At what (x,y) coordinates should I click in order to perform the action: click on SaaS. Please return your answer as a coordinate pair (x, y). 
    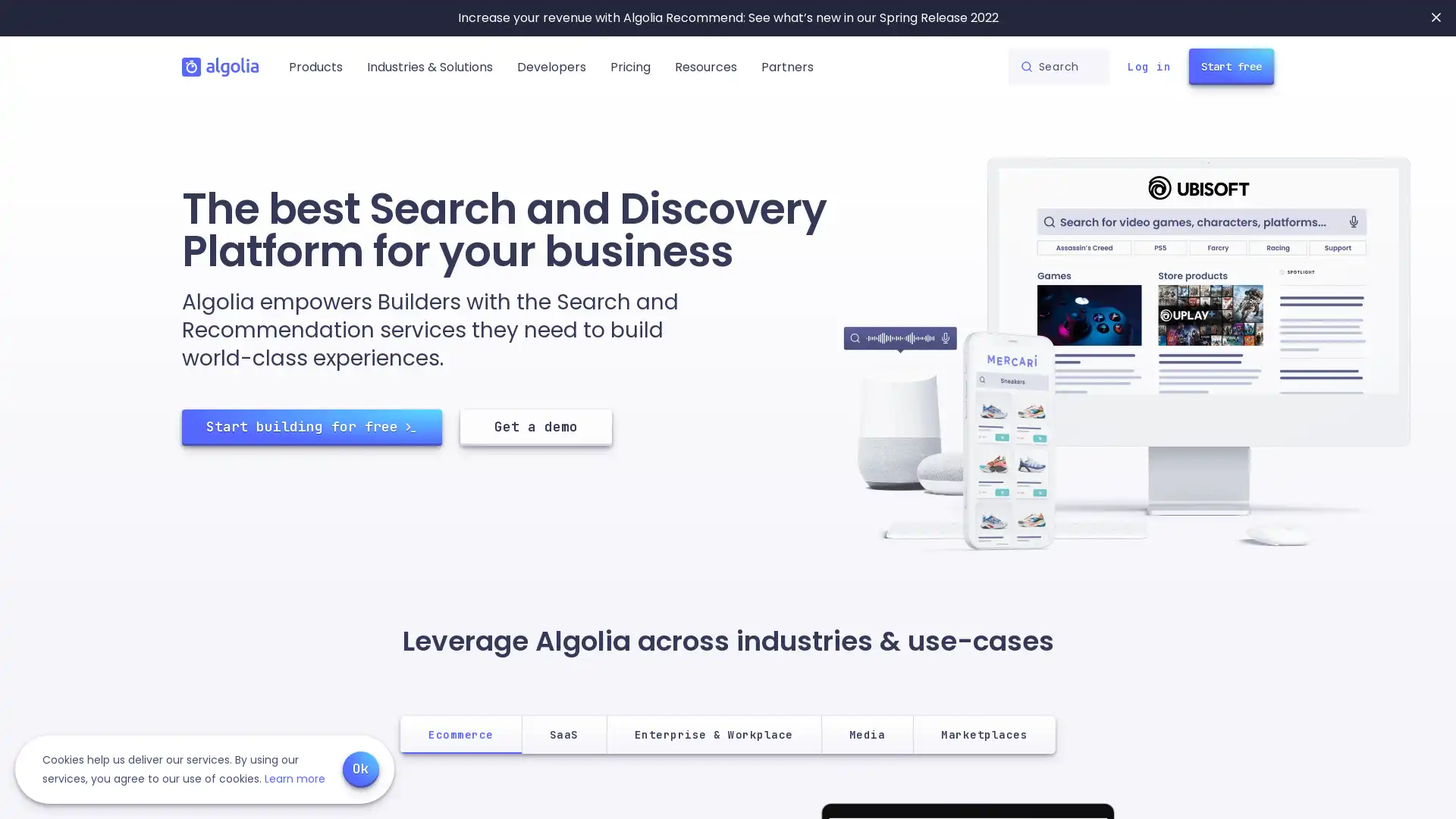
    Looking at the image, I should click on (563, 733).